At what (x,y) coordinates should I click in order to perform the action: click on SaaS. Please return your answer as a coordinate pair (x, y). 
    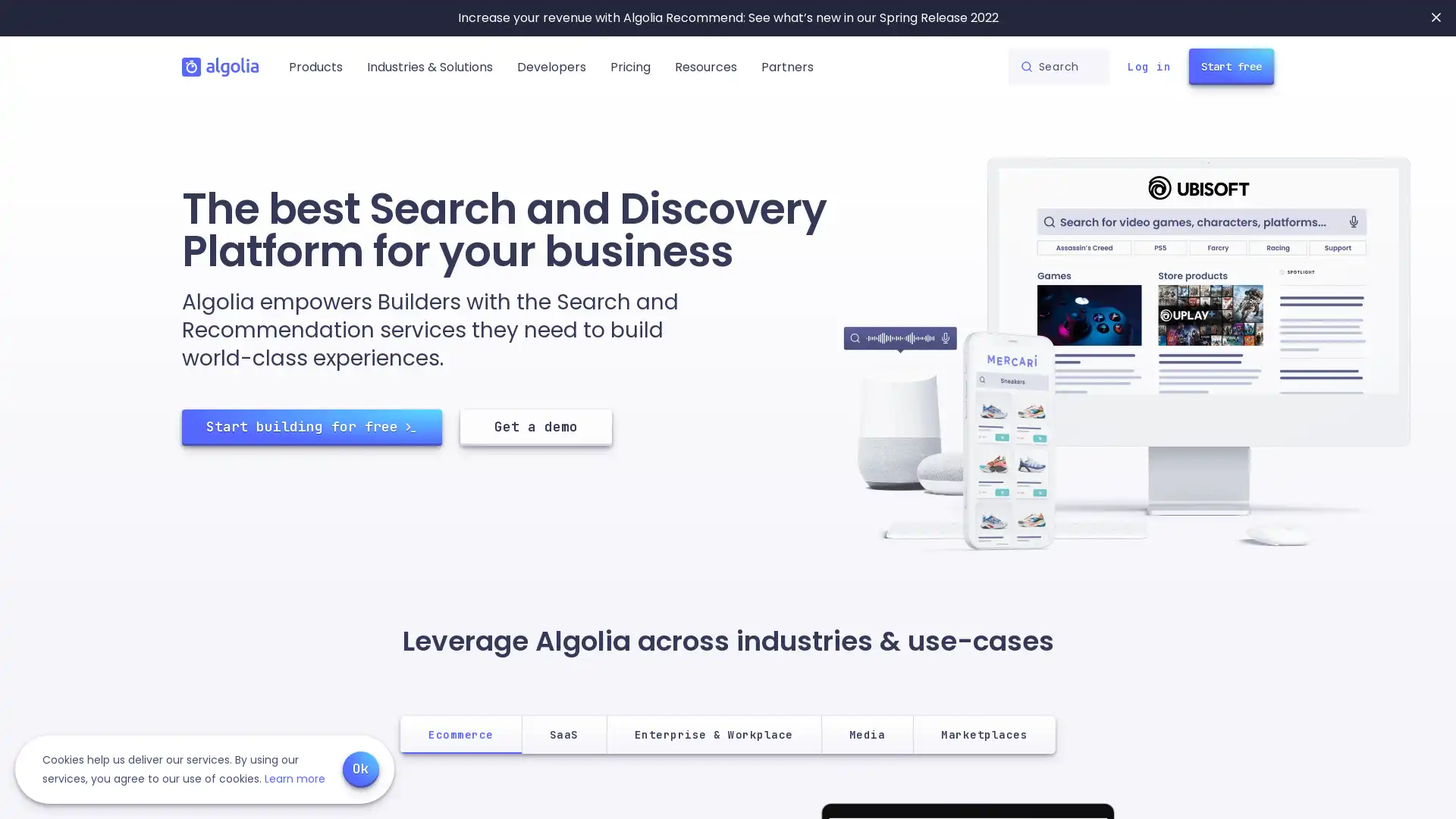
    Looking at the image, I should click on (563, 733).